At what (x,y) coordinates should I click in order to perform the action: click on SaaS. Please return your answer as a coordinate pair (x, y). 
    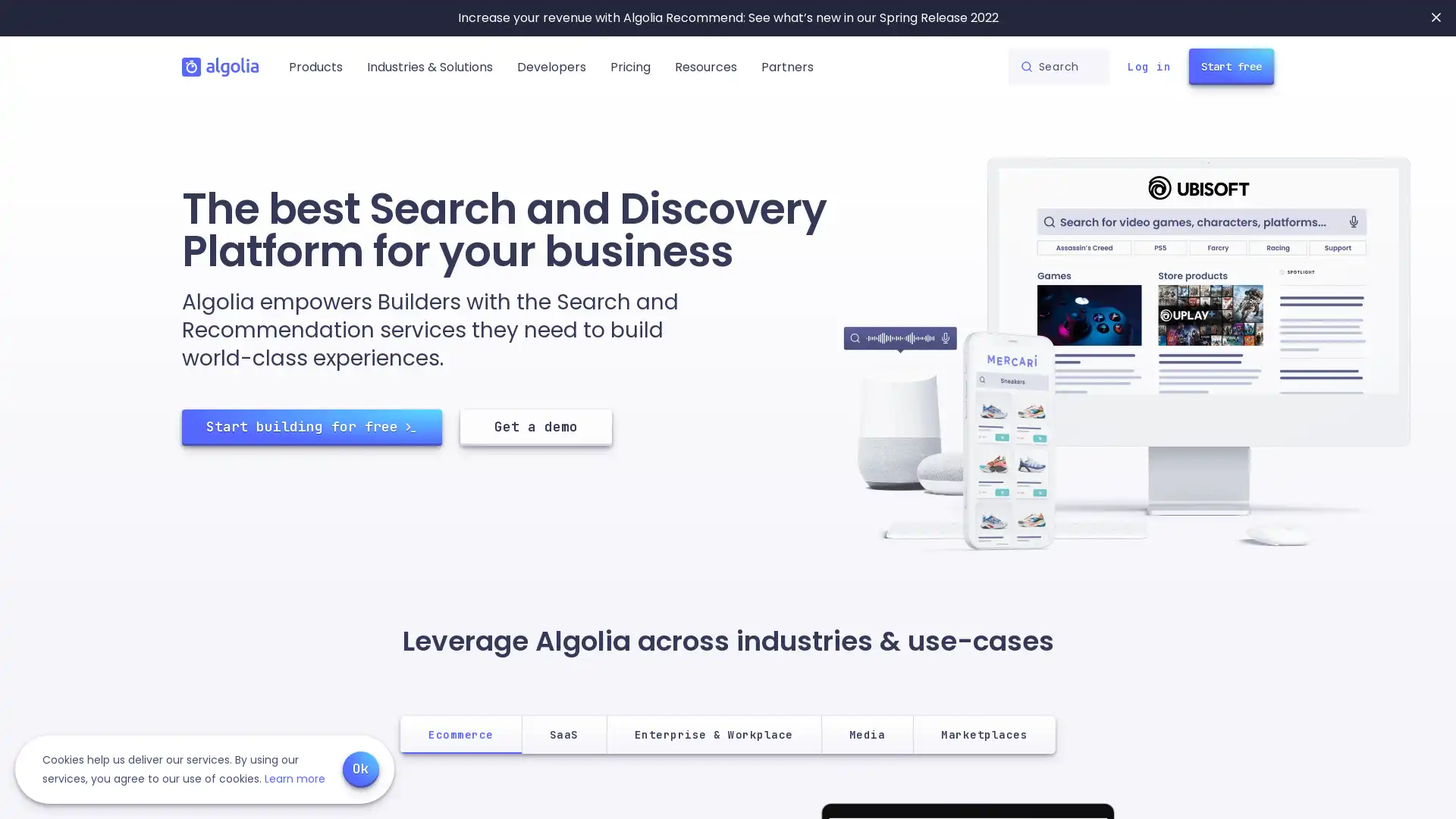
    Looking at the image, I should click on (563, 733).